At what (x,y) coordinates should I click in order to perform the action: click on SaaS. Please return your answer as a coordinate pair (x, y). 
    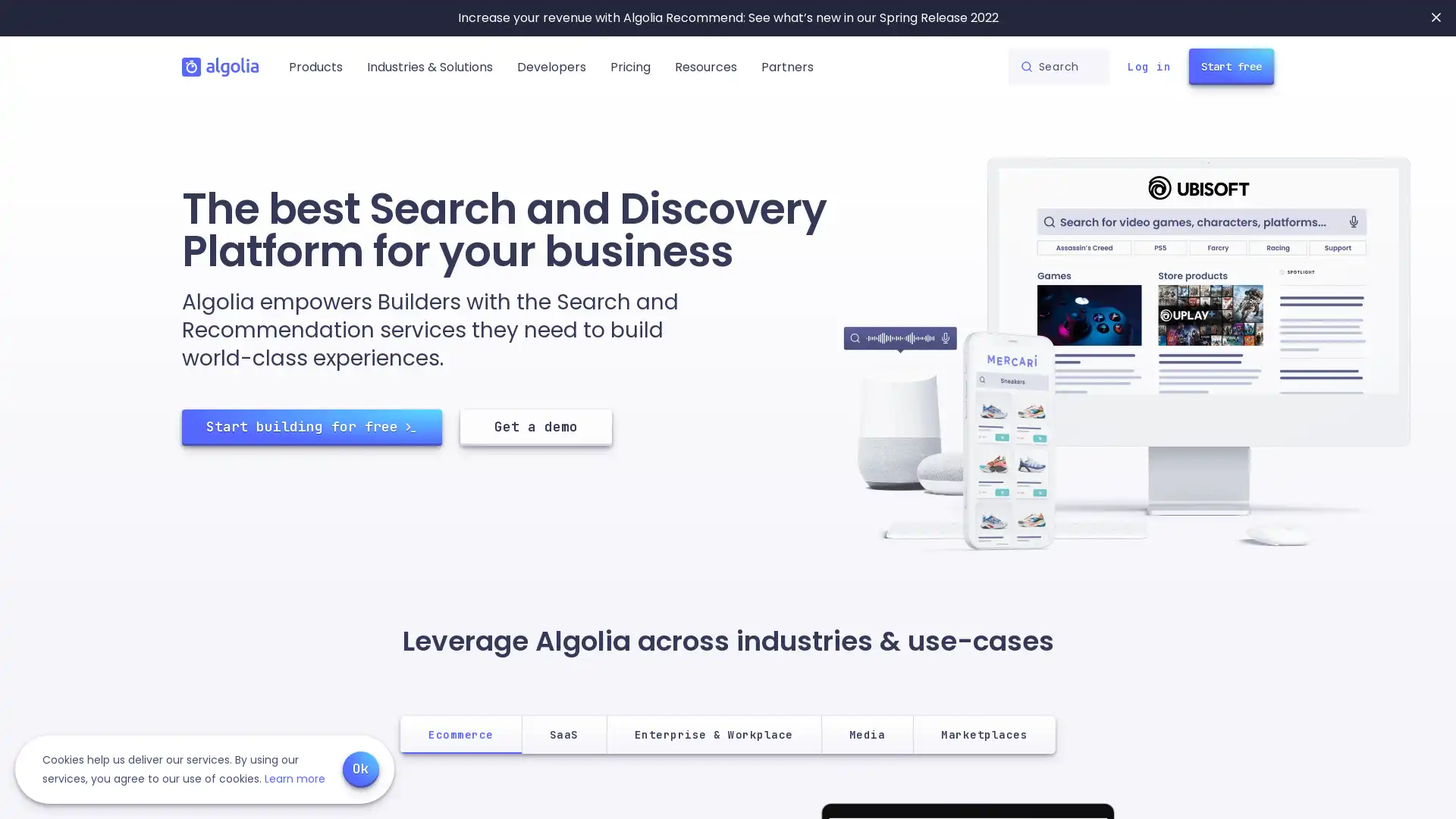
    Looking at the image, I should click on (563, 733).